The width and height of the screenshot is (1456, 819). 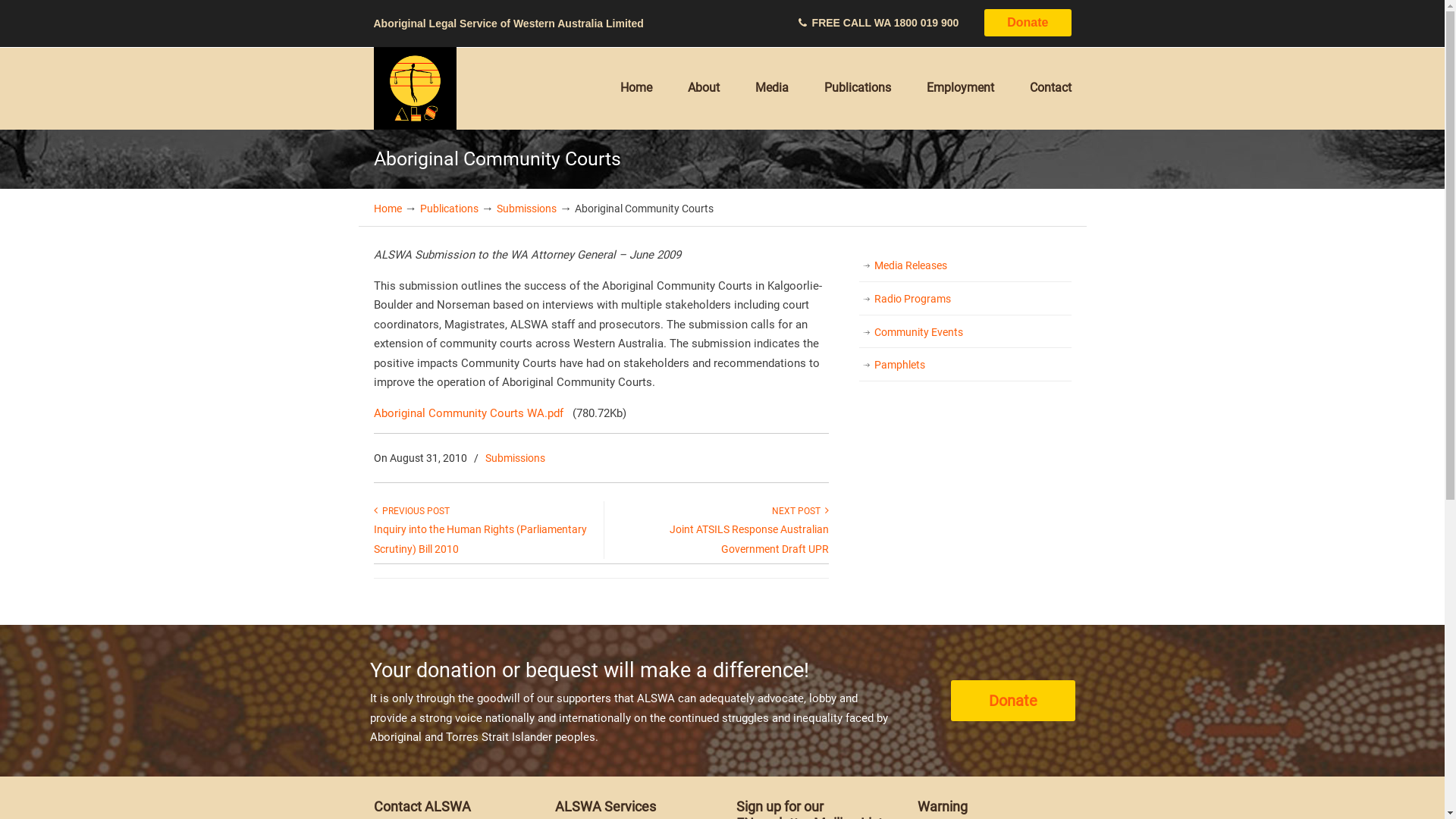 What do you see at coordinates (1027, 23) in the screenshot?
I see `'Donate'` at bounding box center [1027, 23].